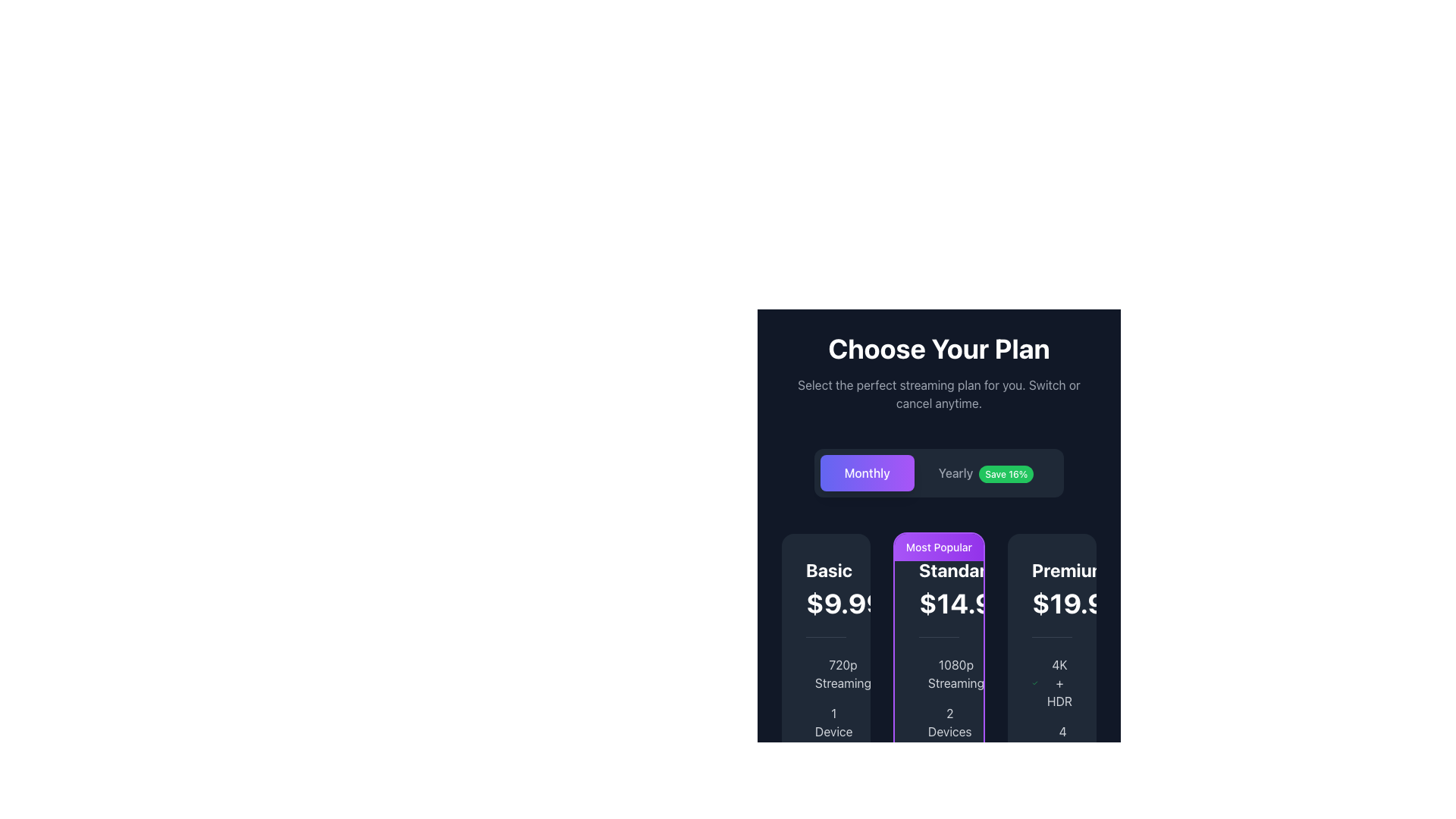 This screenshot has width=1456, height=819. What do you see at coordinates (1028, 607) in the screenshot?
I see `the small text component displaying '/mo' in gray color, located to the immediate right of '$14.99' in the 'Standard' plan's price description for possible tooltips or interactivity` at bounding box center [1028, 607].